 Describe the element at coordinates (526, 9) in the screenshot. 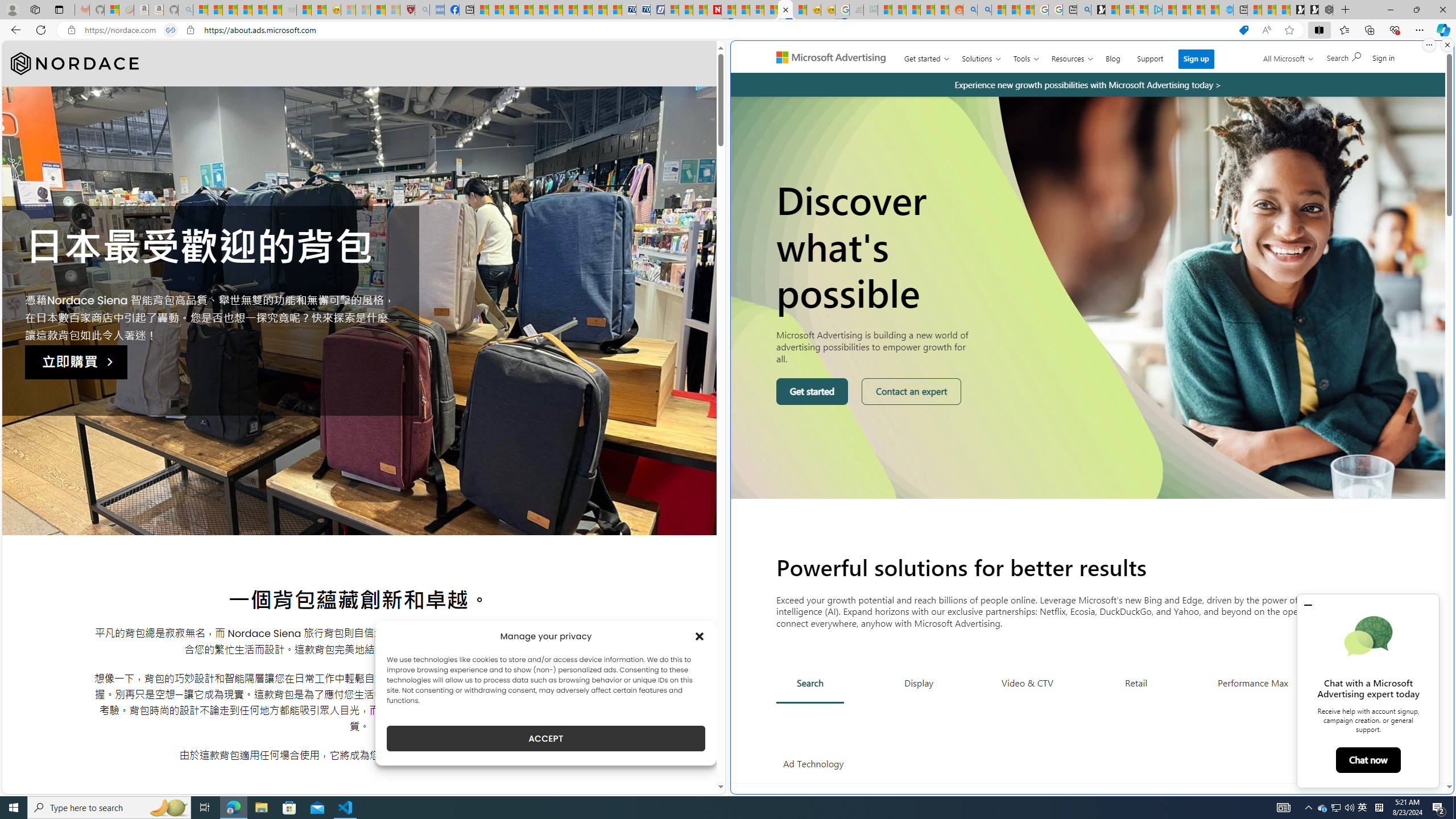

I see `'Climate Damage Becomes Too Severe To Reverse'` at that location.